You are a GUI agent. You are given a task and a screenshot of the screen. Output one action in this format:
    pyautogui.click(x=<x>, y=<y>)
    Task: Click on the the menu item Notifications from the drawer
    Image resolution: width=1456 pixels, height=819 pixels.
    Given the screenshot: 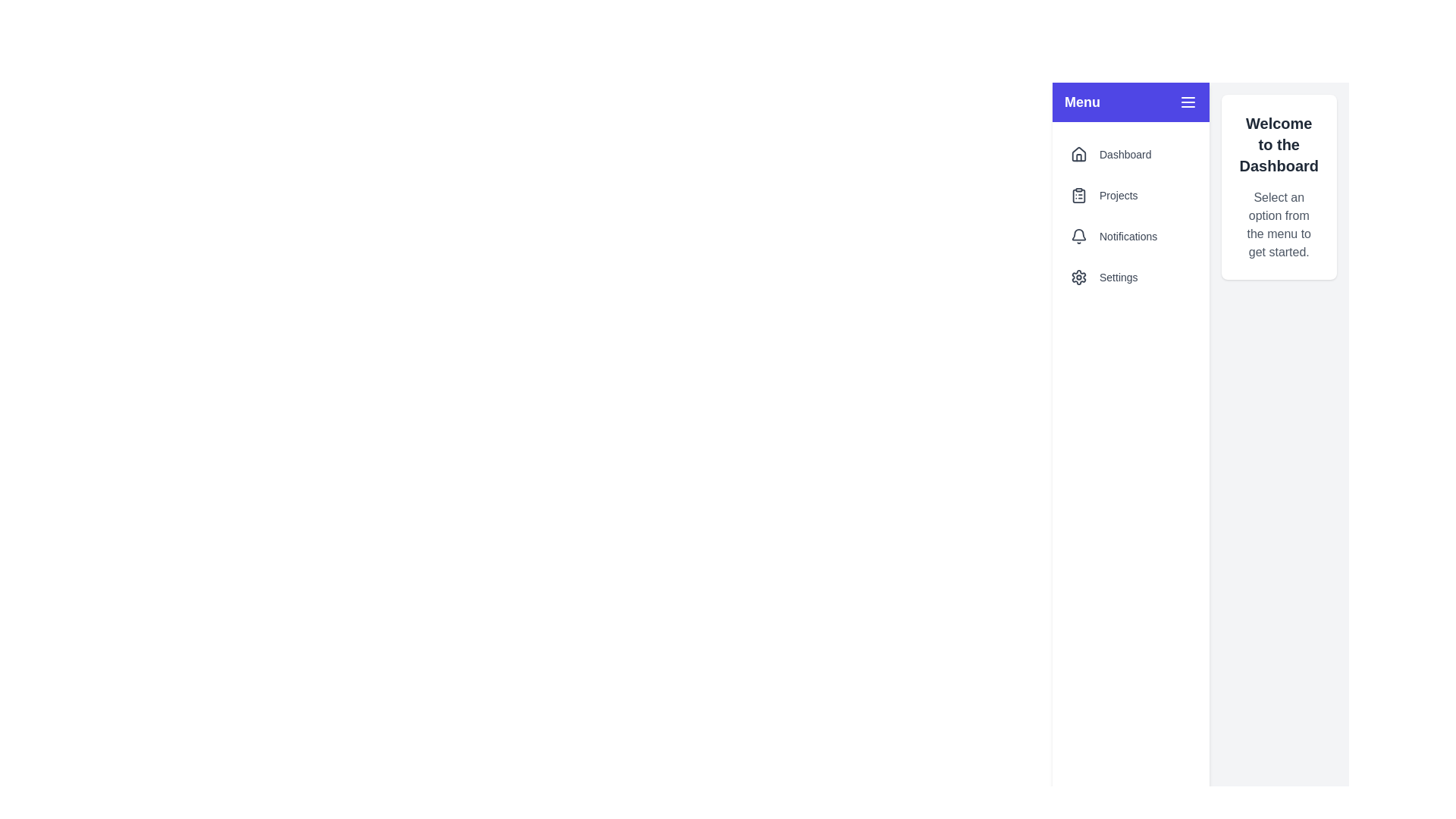 What is the action you would take?
    pyautogui.click(x=1131, y=237)
    